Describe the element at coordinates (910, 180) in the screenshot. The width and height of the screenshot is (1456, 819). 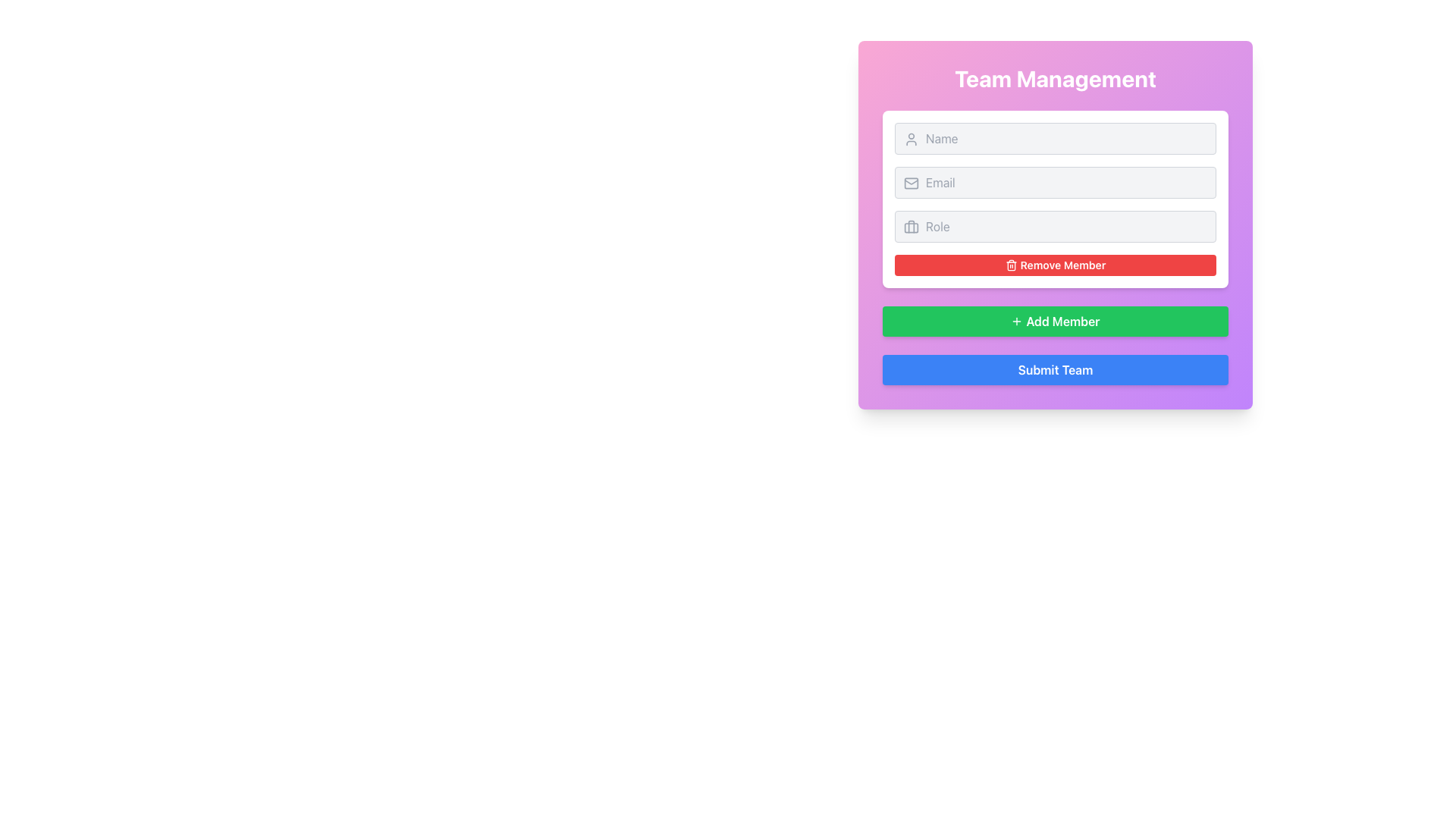
I see `the Decorative SVG icon located within the email input field, which is a non-interactive decorative element styled as a 20x20 pixel square` at that location.